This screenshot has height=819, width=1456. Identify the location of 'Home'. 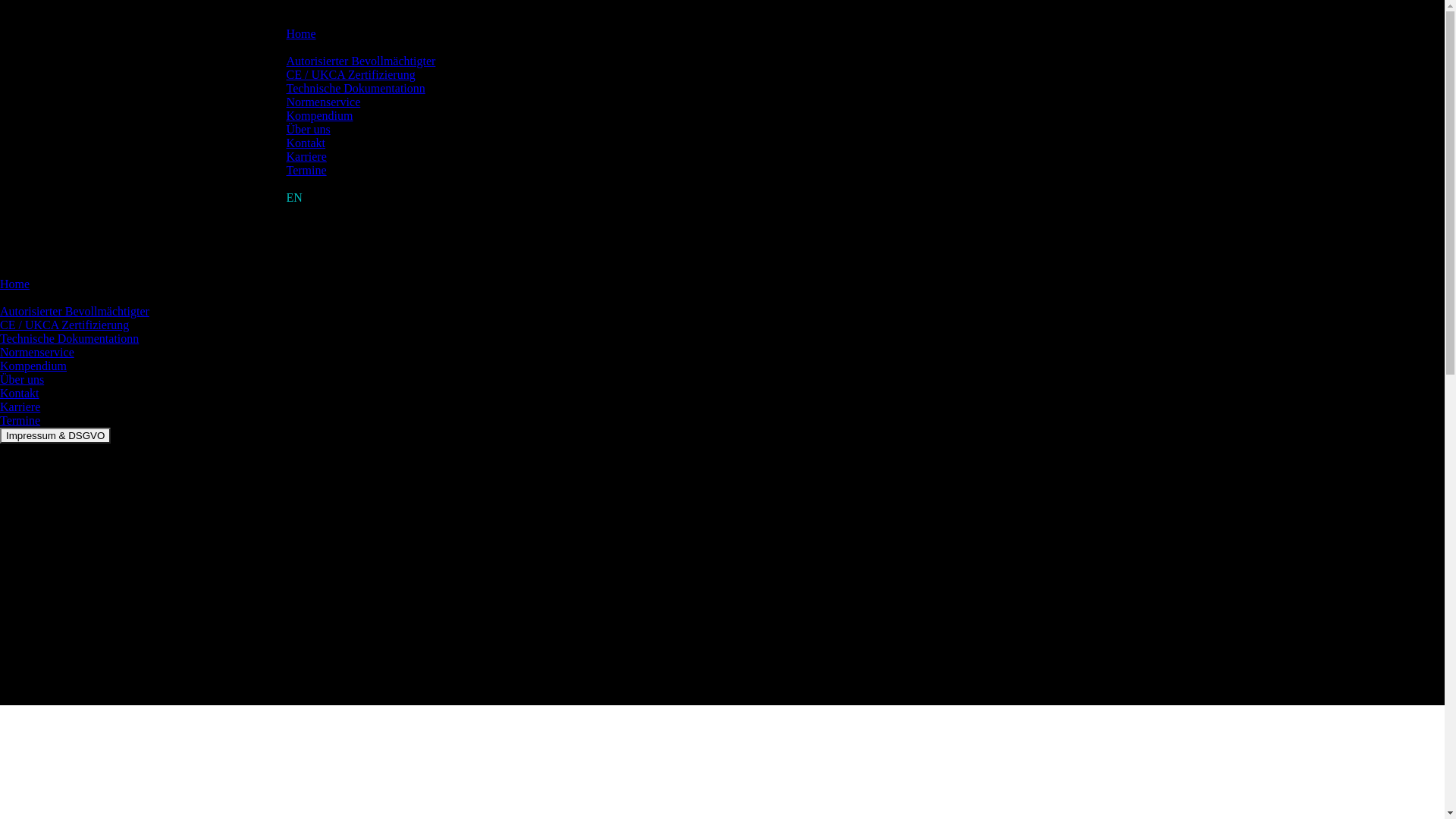
(14, 284).